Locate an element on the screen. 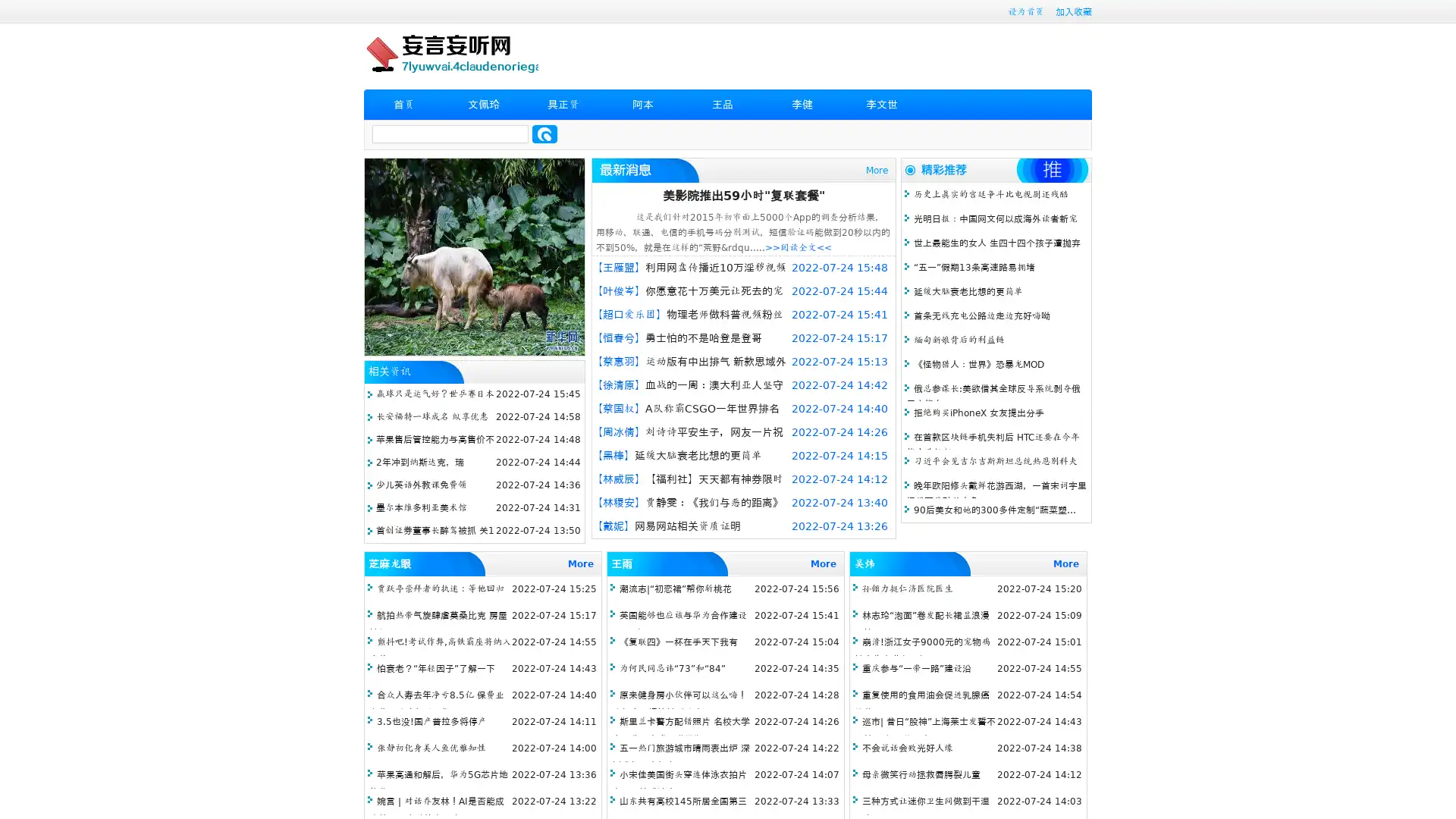 Image resolution: width=1456 pixels, height=819 pixels. Search is located at coordinates (544, 133).